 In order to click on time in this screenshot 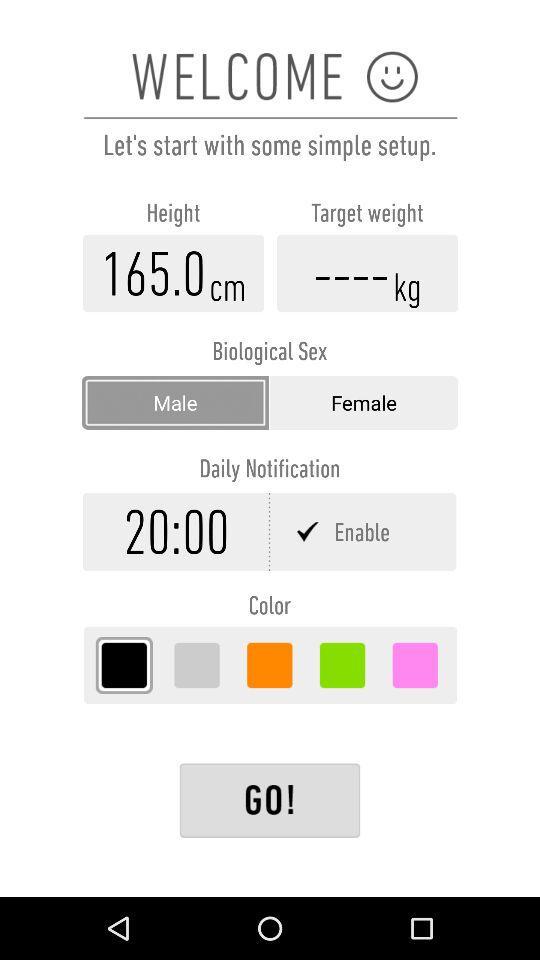, I will do `click(176, 530)`.